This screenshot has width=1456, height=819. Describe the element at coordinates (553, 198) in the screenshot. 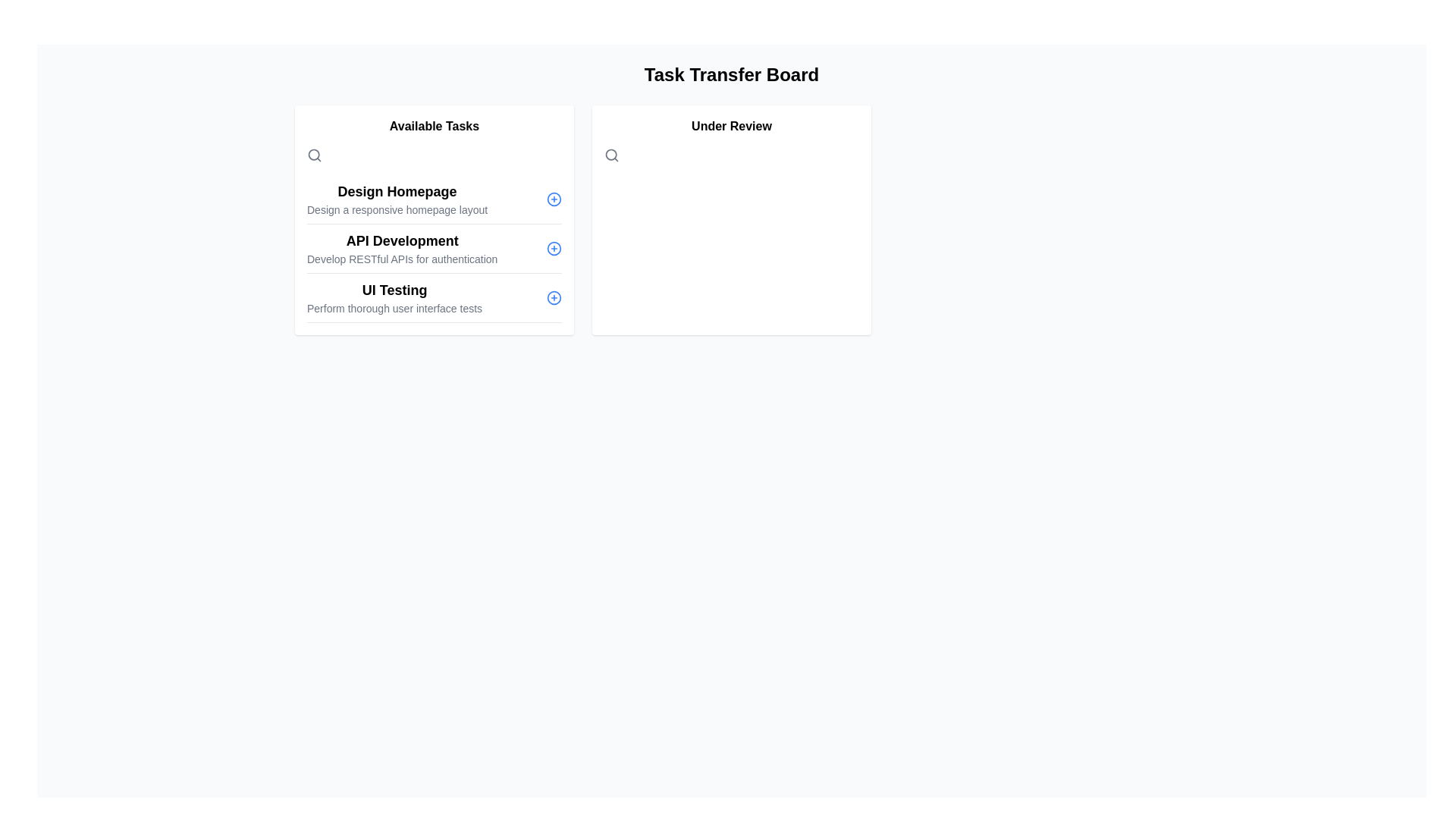

I see `the circular icon associated with the 'Design Homepage' task in the 'Available Tasks' panel of the 'Task Transfer Board' interface` at that location.